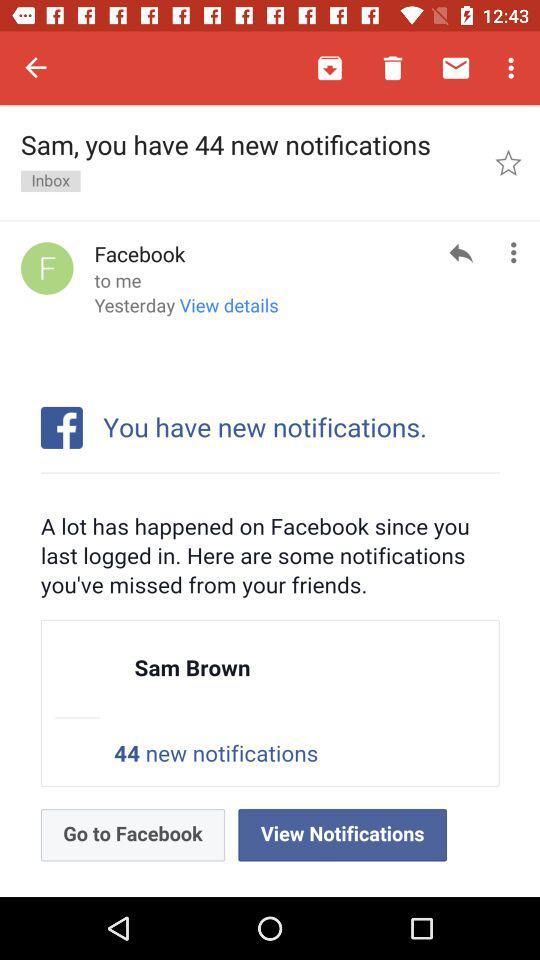 This screenshot has width=540, height=960. What do you see at coordinates (461, 251) in the screenshot?
I see `item to the right of yesterday view details item` at bounding box center [461, 251].